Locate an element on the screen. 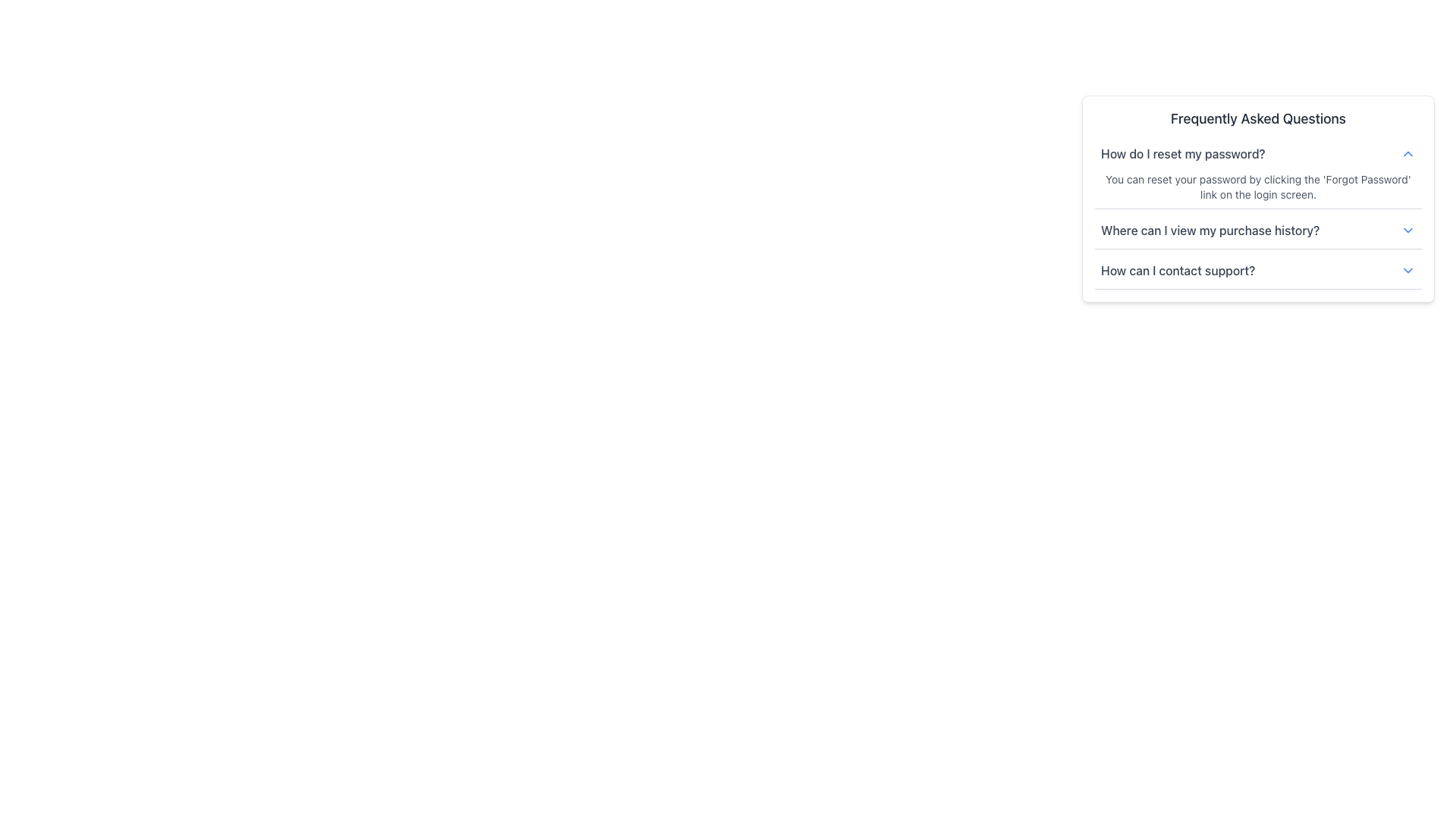  the collapsible FAQ item titled 'How to reset my password' is located at coordinates (1258, 215).